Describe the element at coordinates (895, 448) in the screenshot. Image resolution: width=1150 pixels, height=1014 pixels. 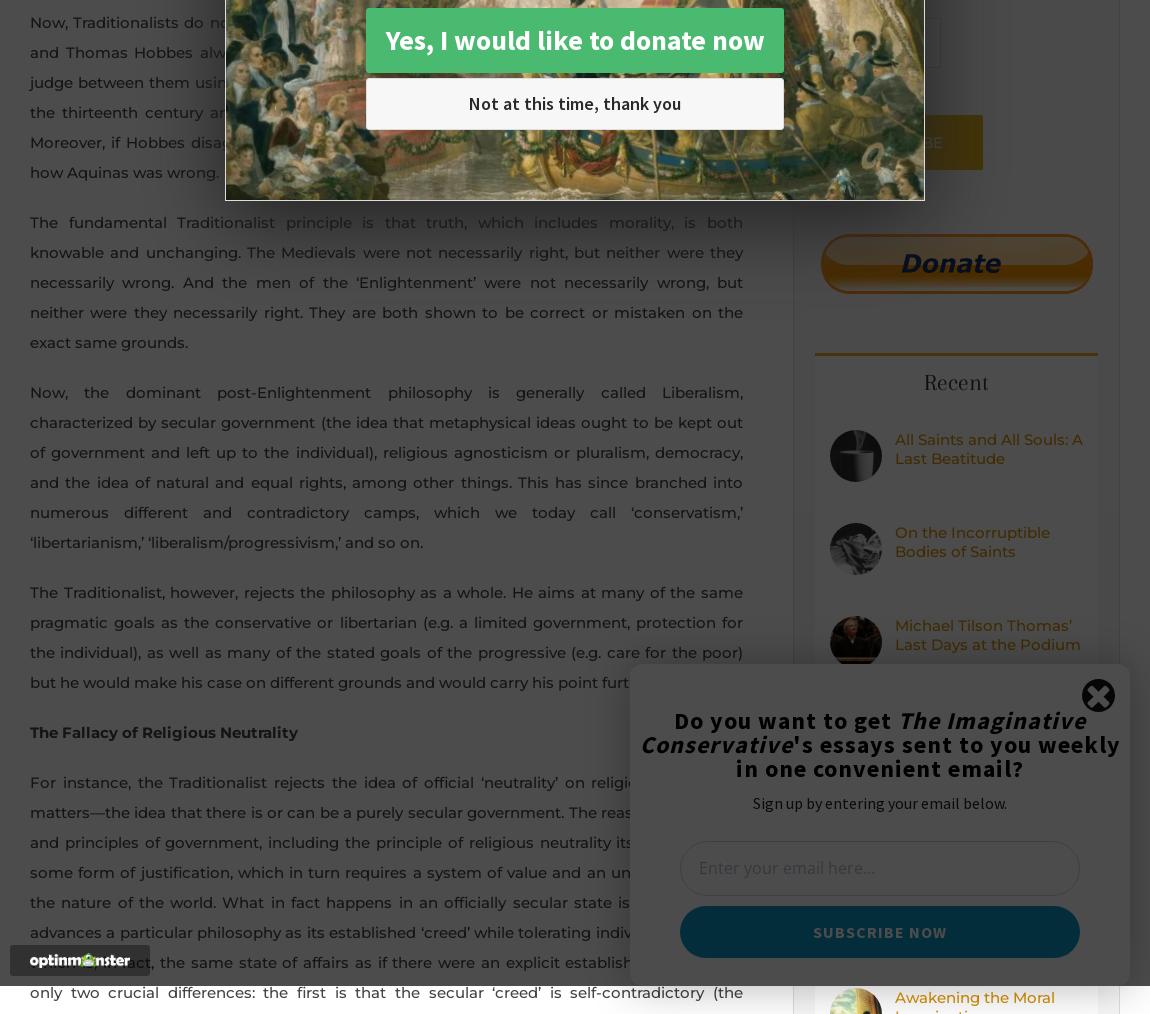
I see `'All Saints and All Souls: A Last Beatitude'` at that location.